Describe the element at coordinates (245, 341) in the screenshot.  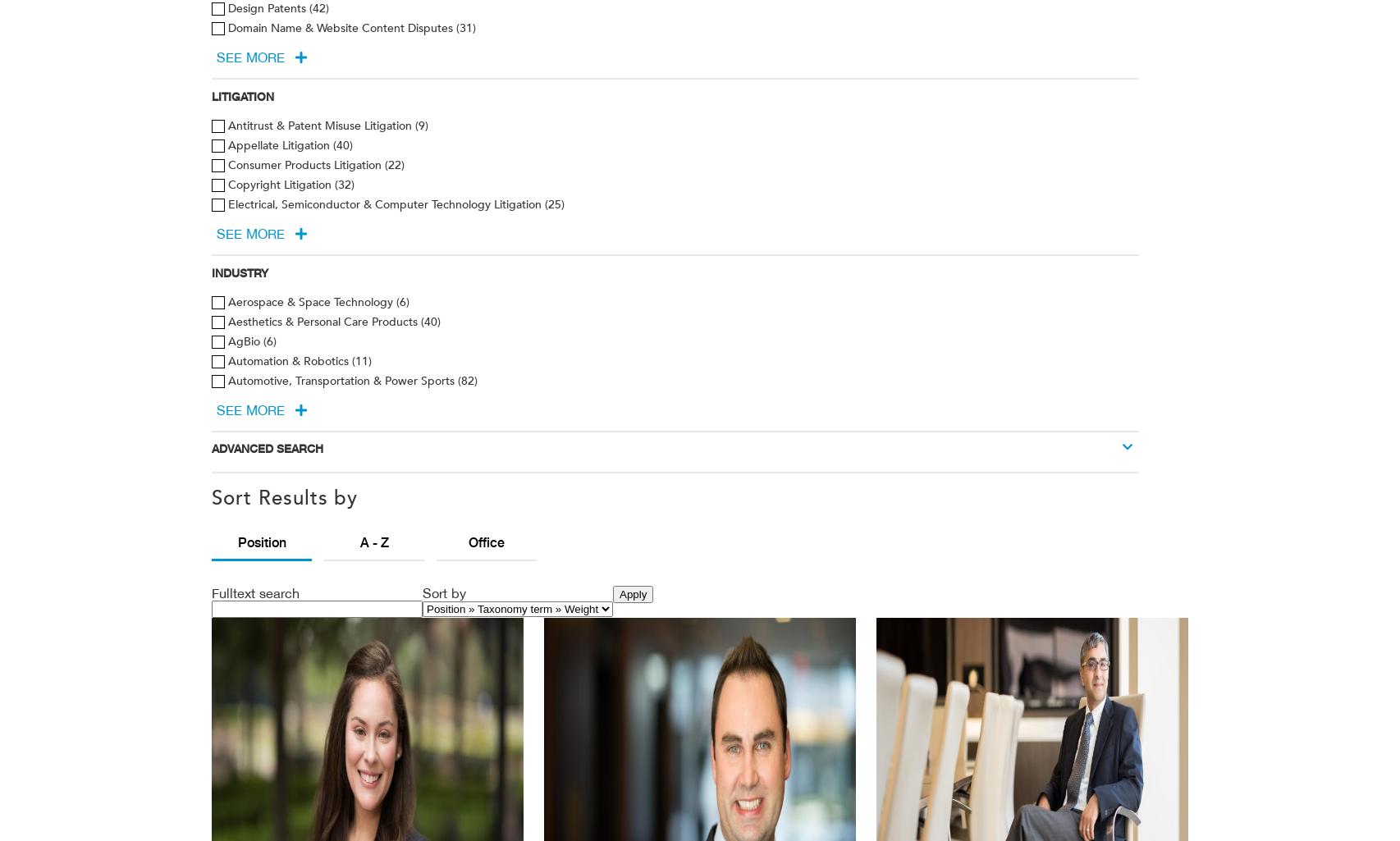
I see `'AgBio'` at that location.